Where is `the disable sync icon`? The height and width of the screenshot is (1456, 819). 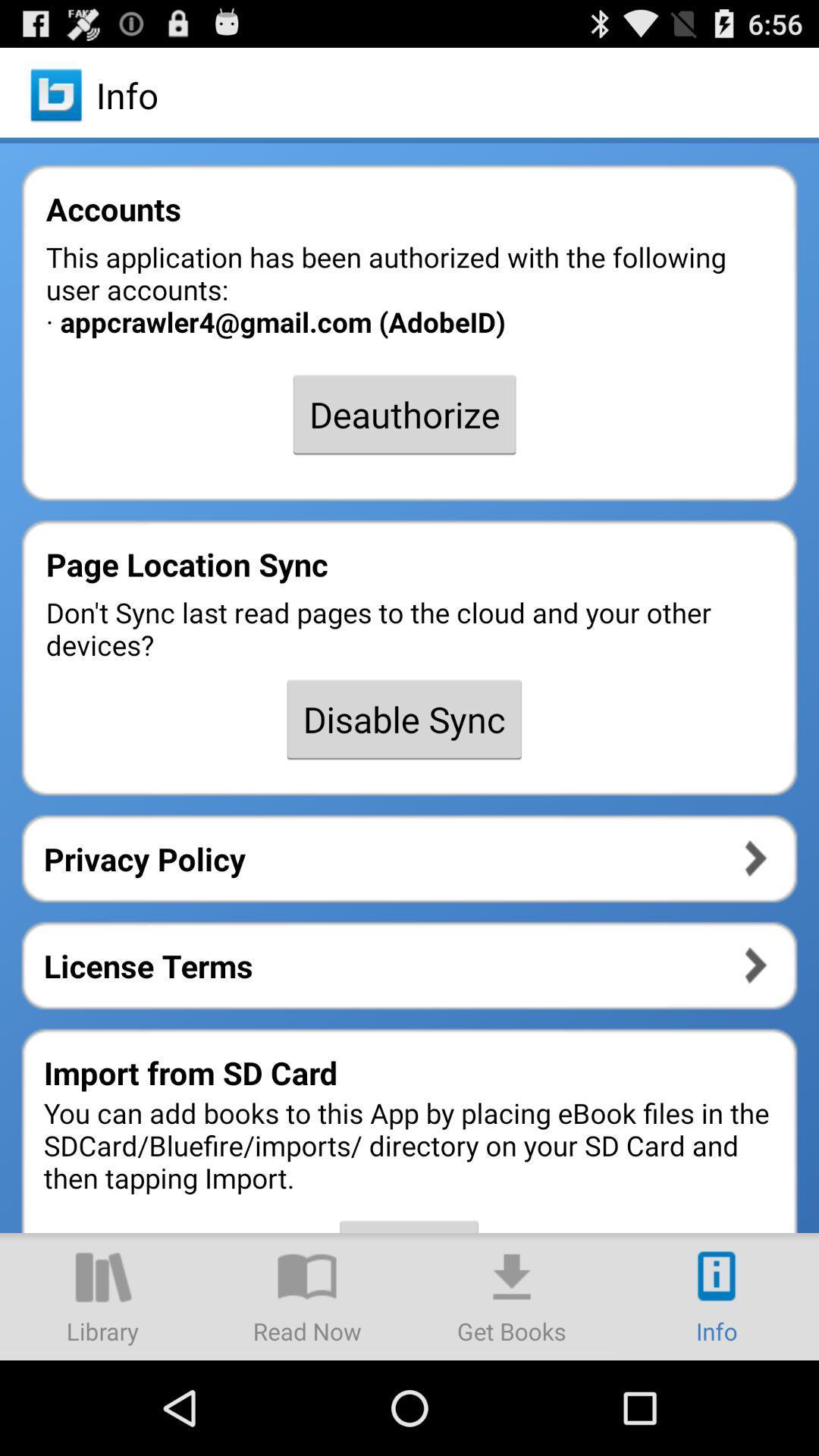
the disable sync icon is located at coordinates (403, 718).